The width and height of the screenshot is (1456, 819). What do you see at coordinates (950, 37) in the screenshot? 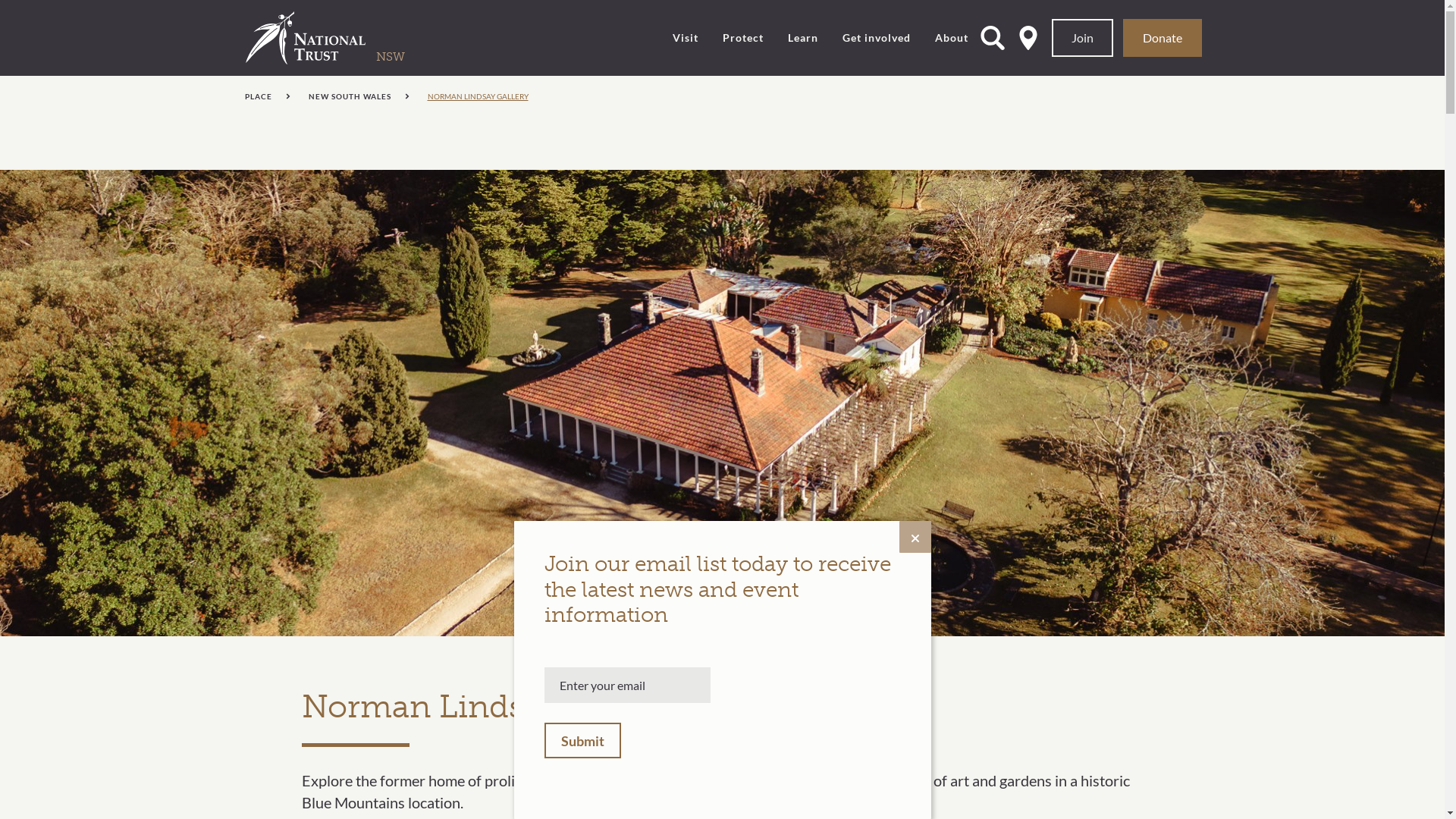
I see `'About'` at bounding box center [950, 37].